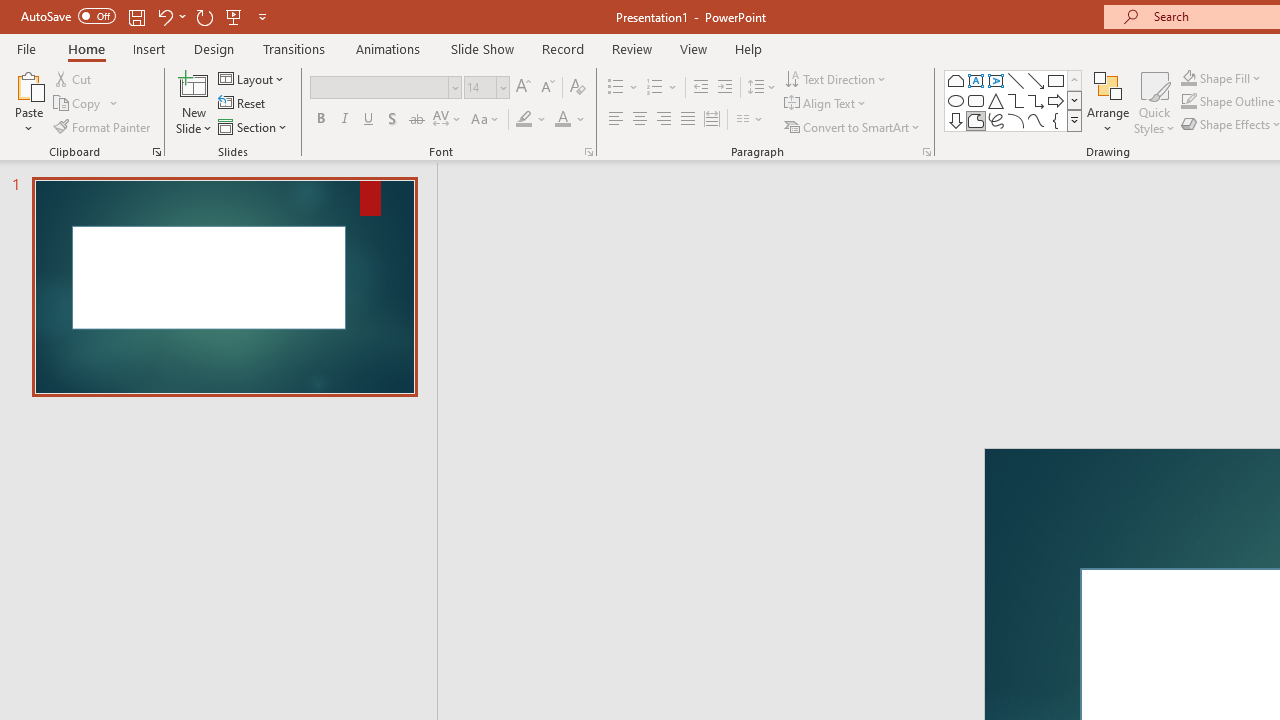 Image resolution: width=1280 pixels, height=720 pixels. What do you see at coordinates (1220, 77) in the screenshot?
I see `'Shape Fill'` at bounding box center [1220, 77].